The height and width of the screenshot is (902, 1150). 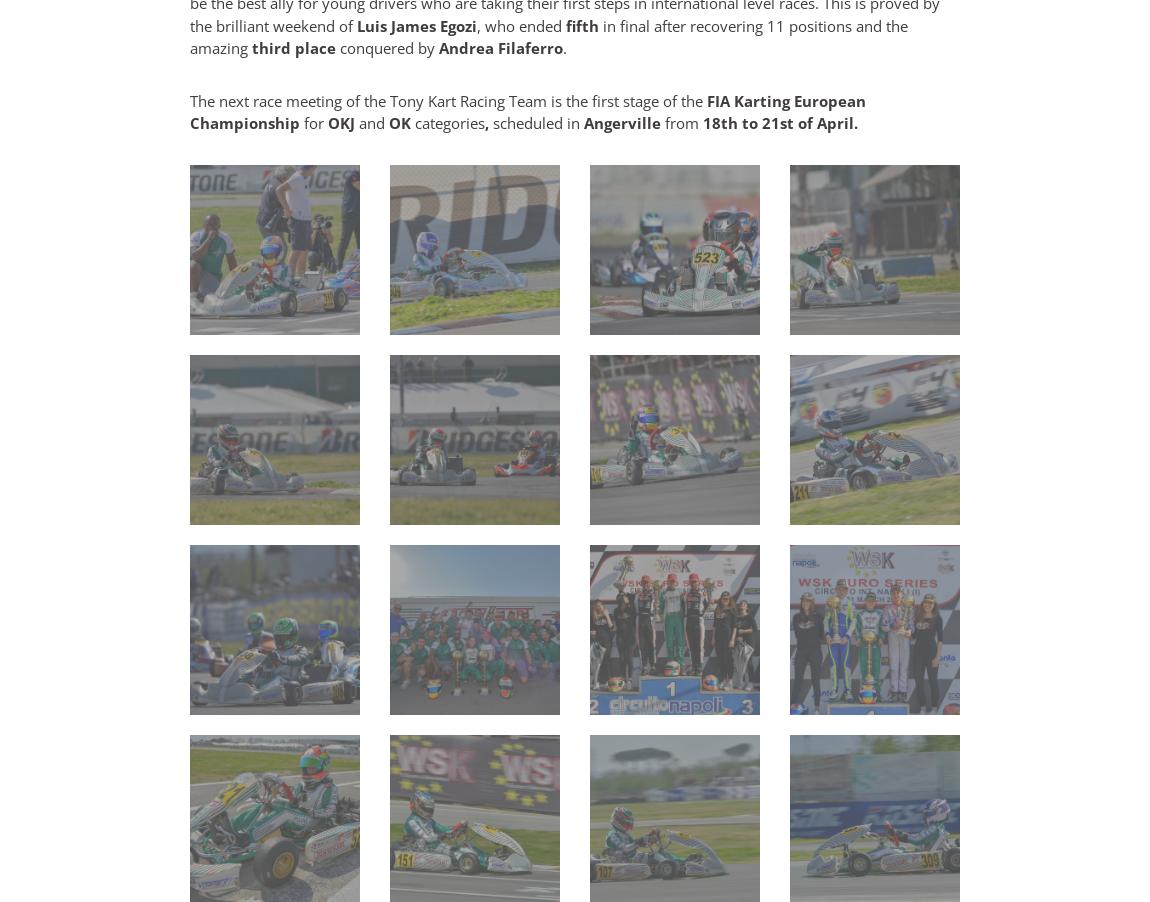 I want to click on 'Andrea Filaferro', so click(x=501, y=46).